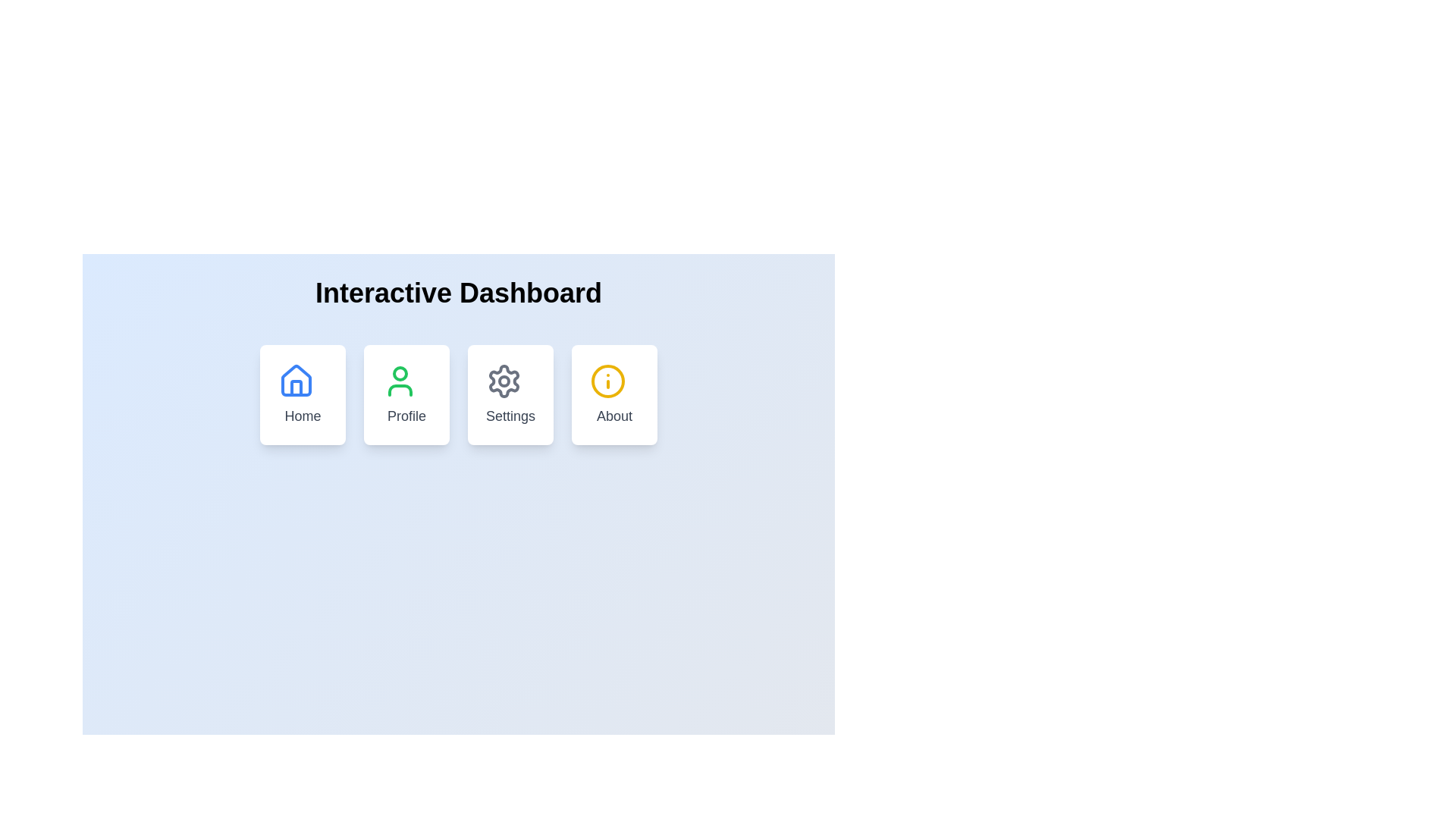 Image resolution: width=1456 pixels, height=819 pixels. Describe the element at coordinates (406, 416) in the screenshot. I see `the 'Profile' text label, which is displayed in gray with a medium-sized bold font, located in the bottom-center section of the second card from the left` at that location.